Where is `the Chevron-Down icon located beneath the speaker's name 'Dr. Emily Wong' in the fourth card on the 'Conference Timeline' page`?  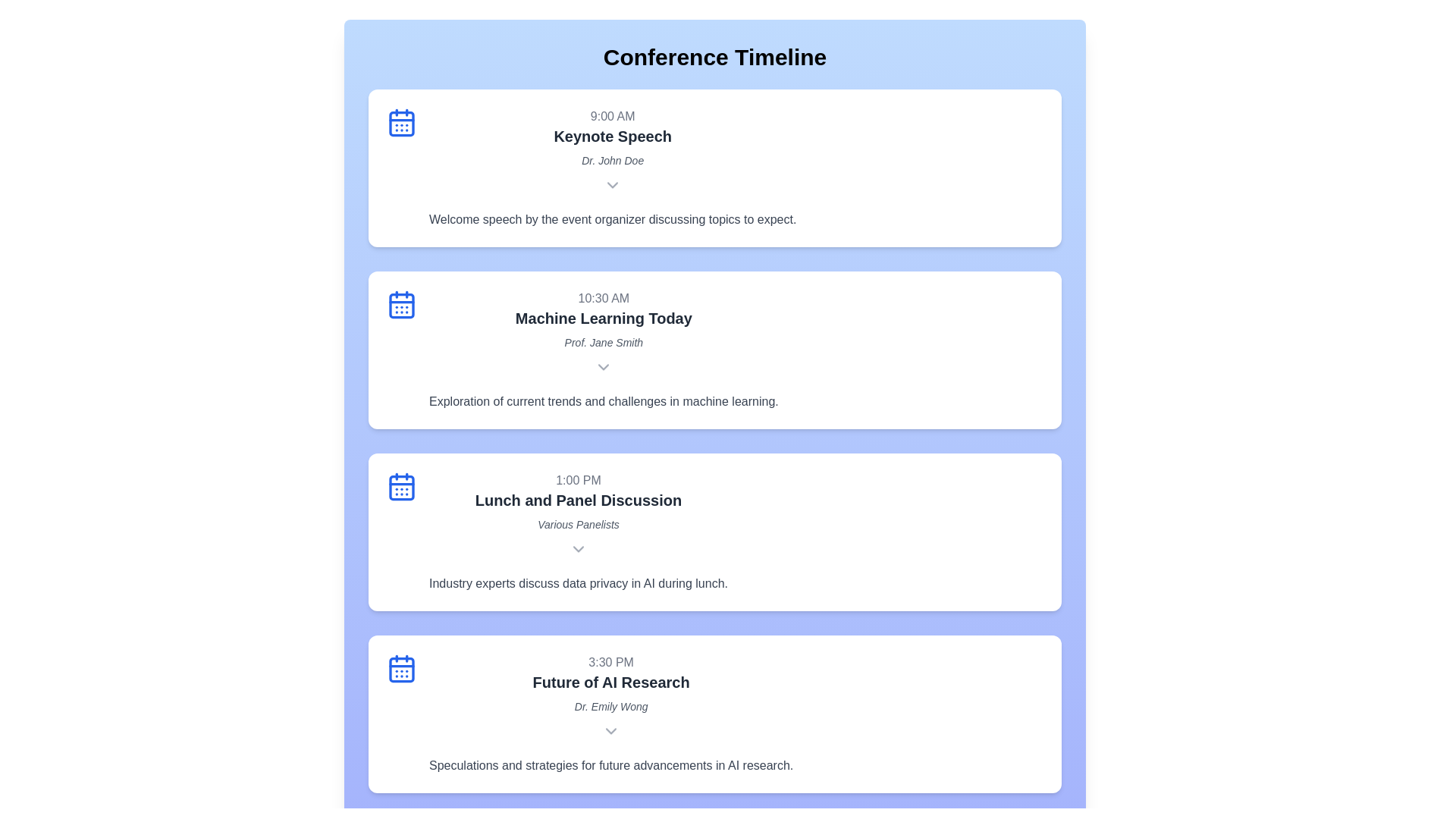 the Chevron-Down icon located beneath the speaker's name 'Dr. Emily Wong' in the fourth card on the 'Conference Timeline' page is located at coordinates (611, 733).